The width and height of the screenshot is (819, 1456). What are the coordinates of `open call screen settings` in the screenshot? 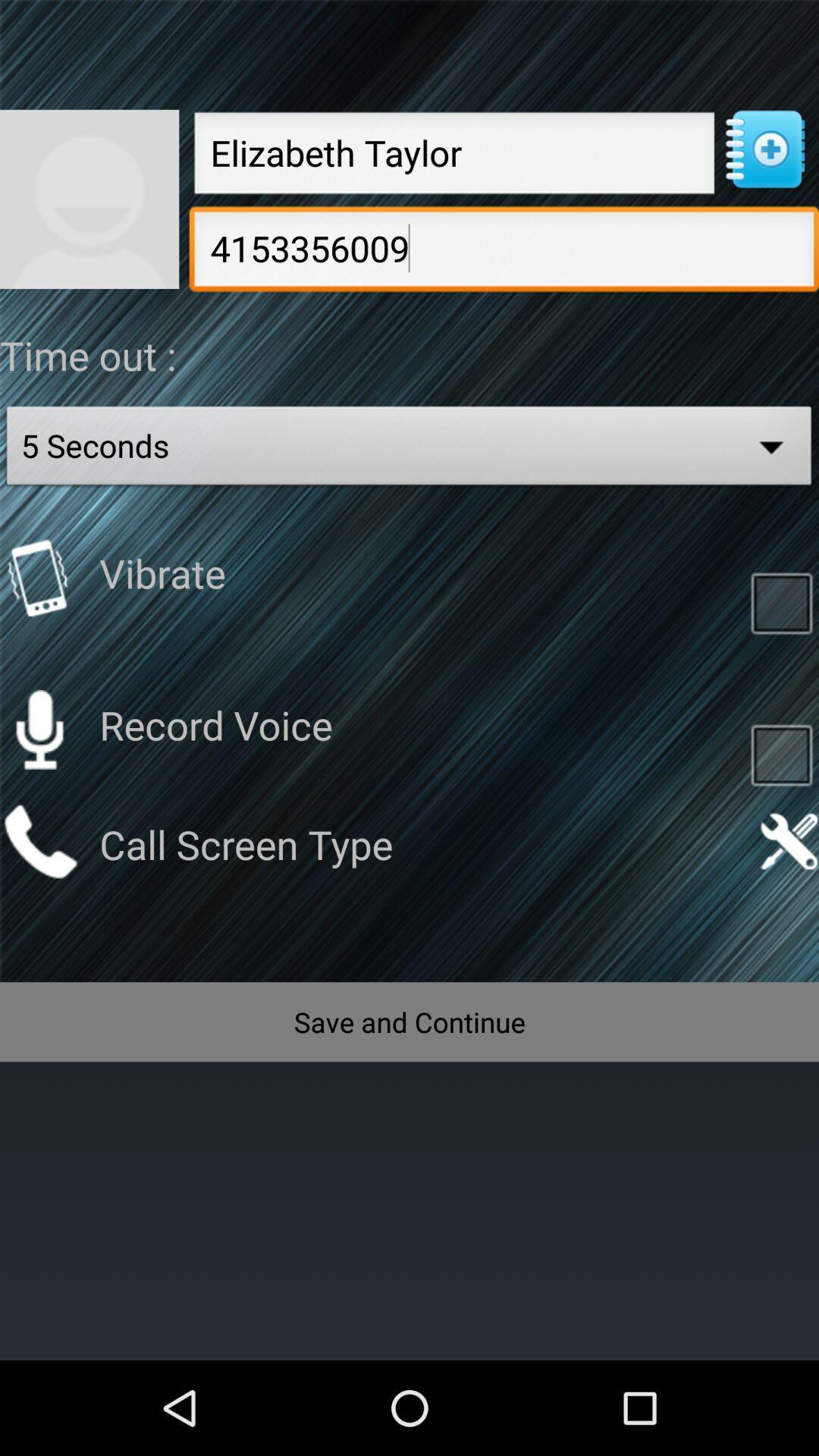 It's located at (788, 841).